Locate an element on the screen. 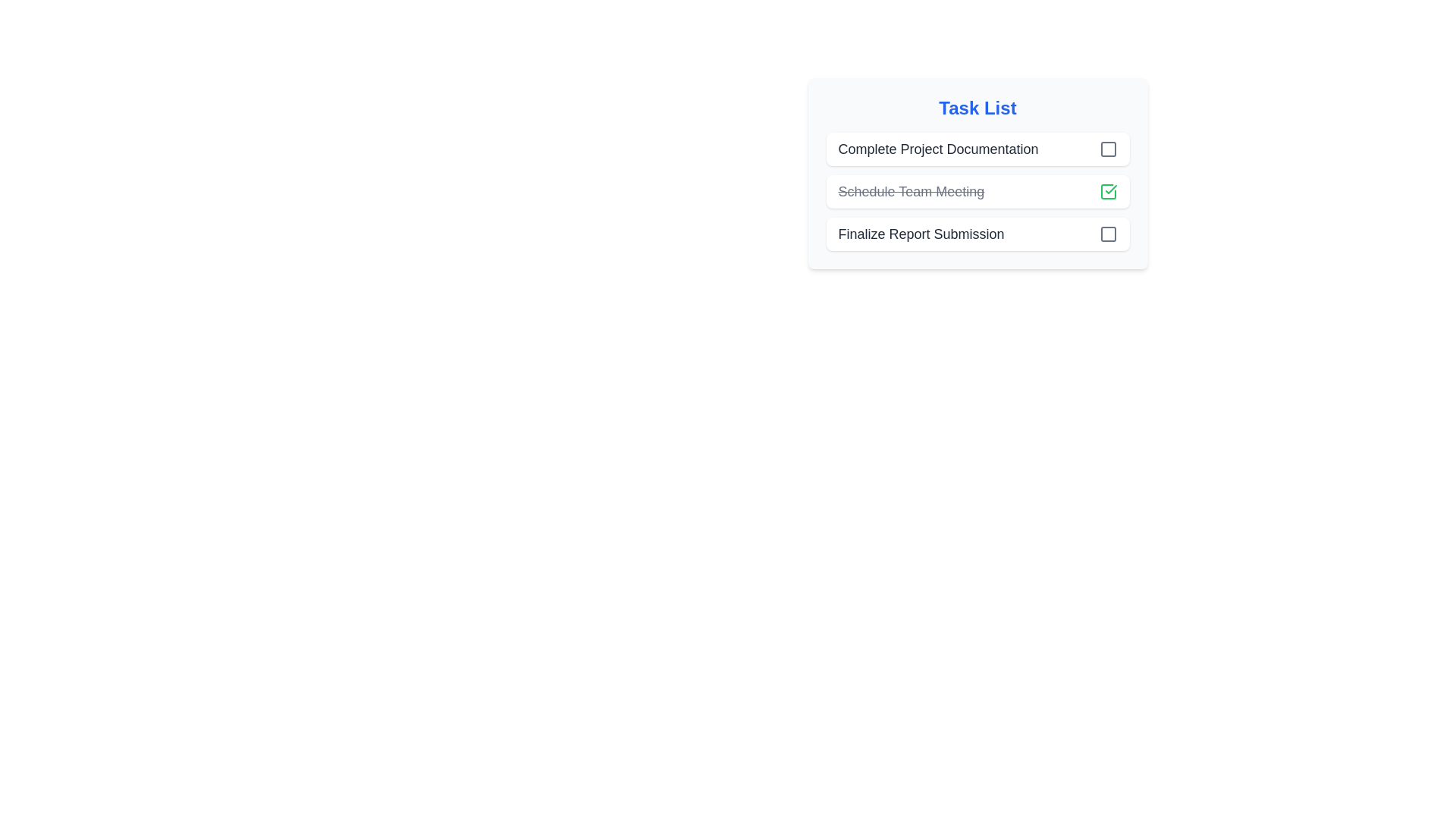 The height and width of the screenshot is (819, 1456). the text 'Complete Project Documentation' is located at coordinates (977, 149).